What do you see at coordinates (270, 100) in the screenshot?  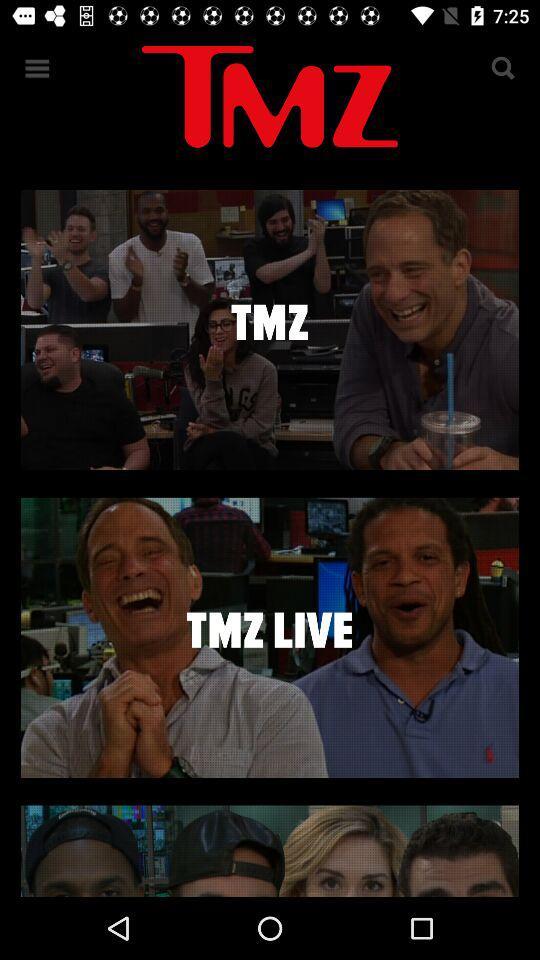 I see `home` at bounding box center [270, 100].